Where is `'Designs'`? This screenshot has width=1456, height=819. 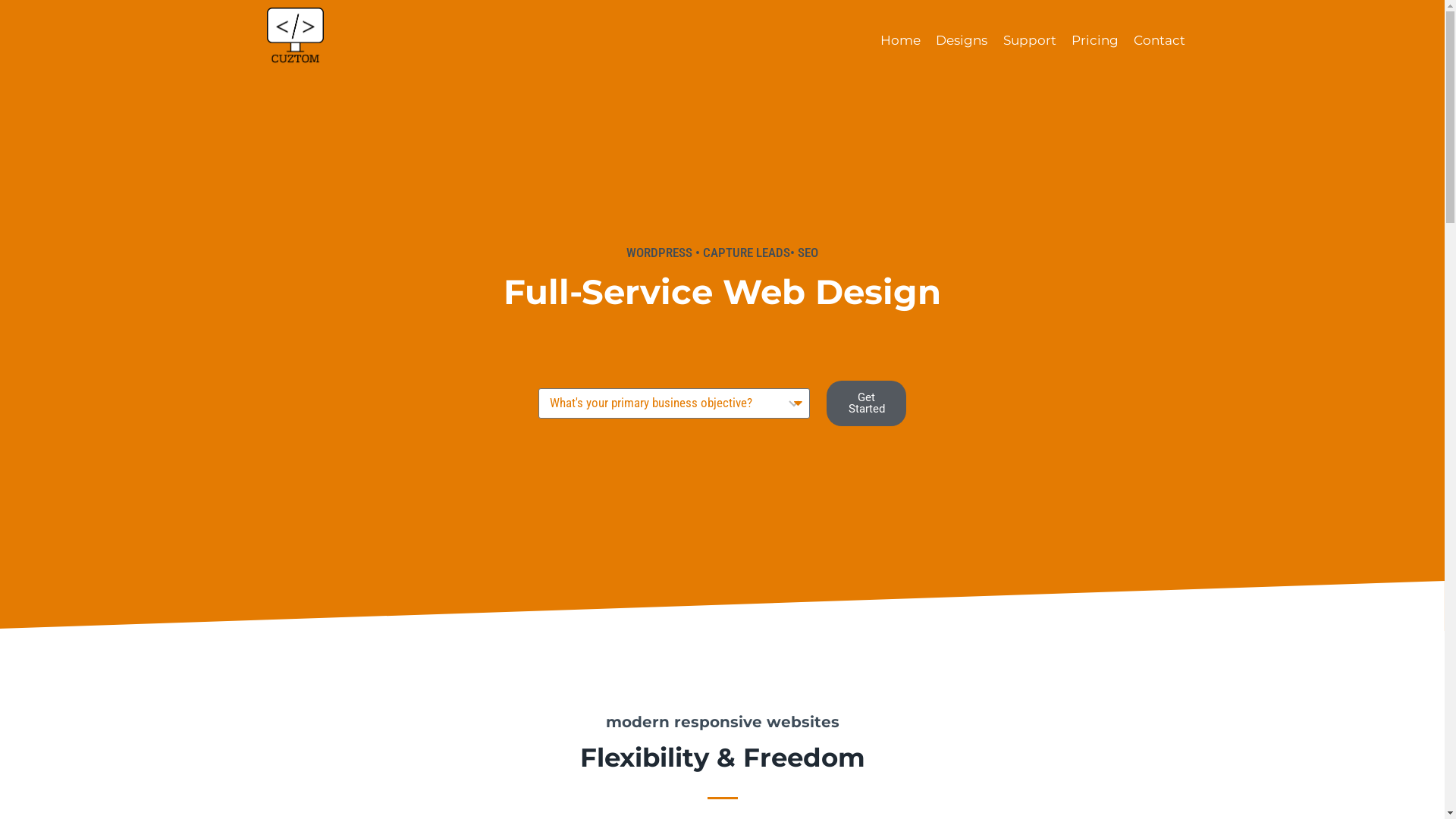
'Designs' is located at coordinates (960, 40).